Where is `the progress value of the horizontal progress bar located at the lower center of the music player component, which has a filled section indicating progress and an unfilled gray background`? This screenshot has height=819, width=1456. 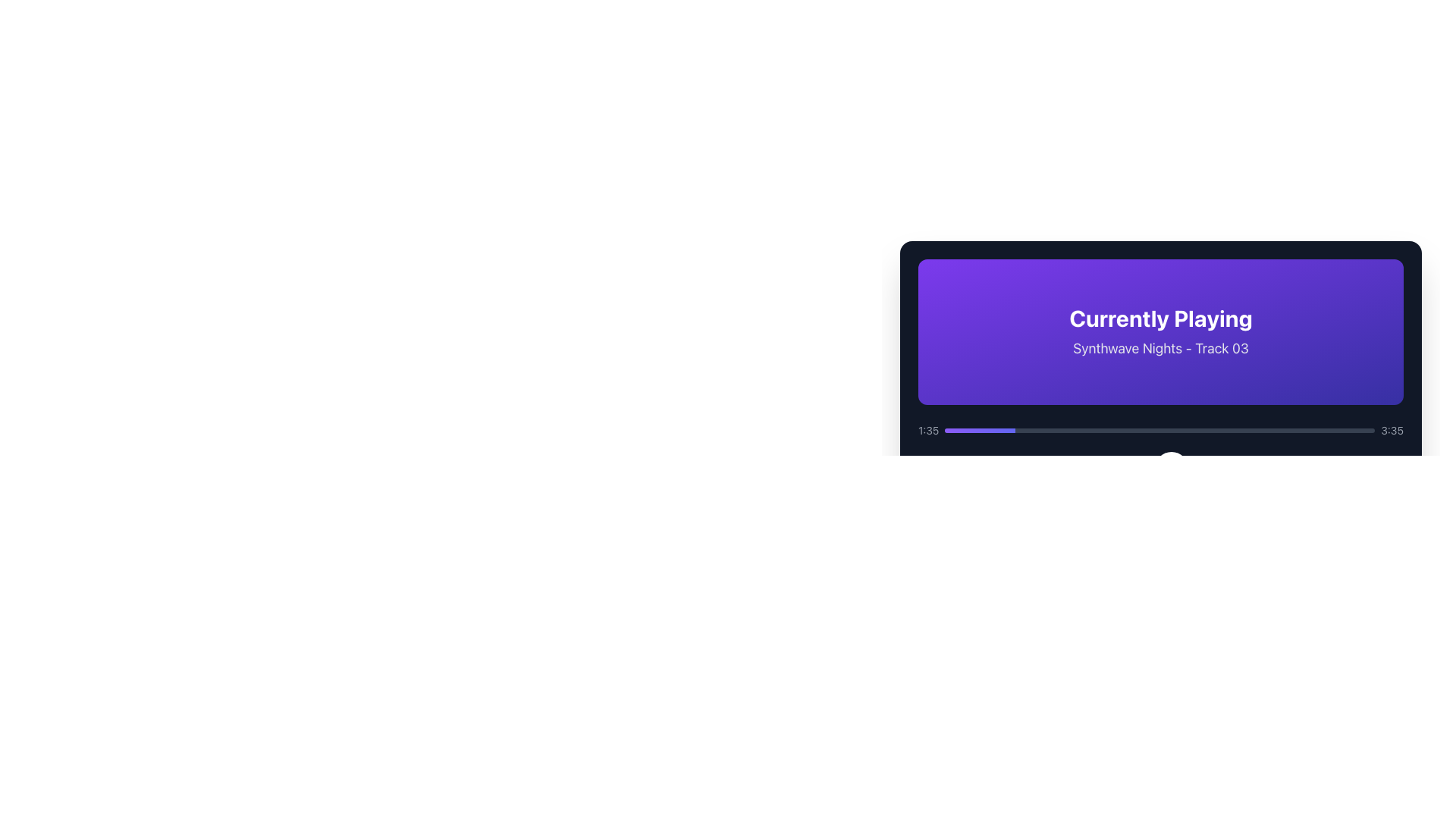 the progress value of the horizontal progress bar located at the lower center of the music player component, which has a filled section indicating progress and an unfilled gray background is located at coordinates (964, 467).